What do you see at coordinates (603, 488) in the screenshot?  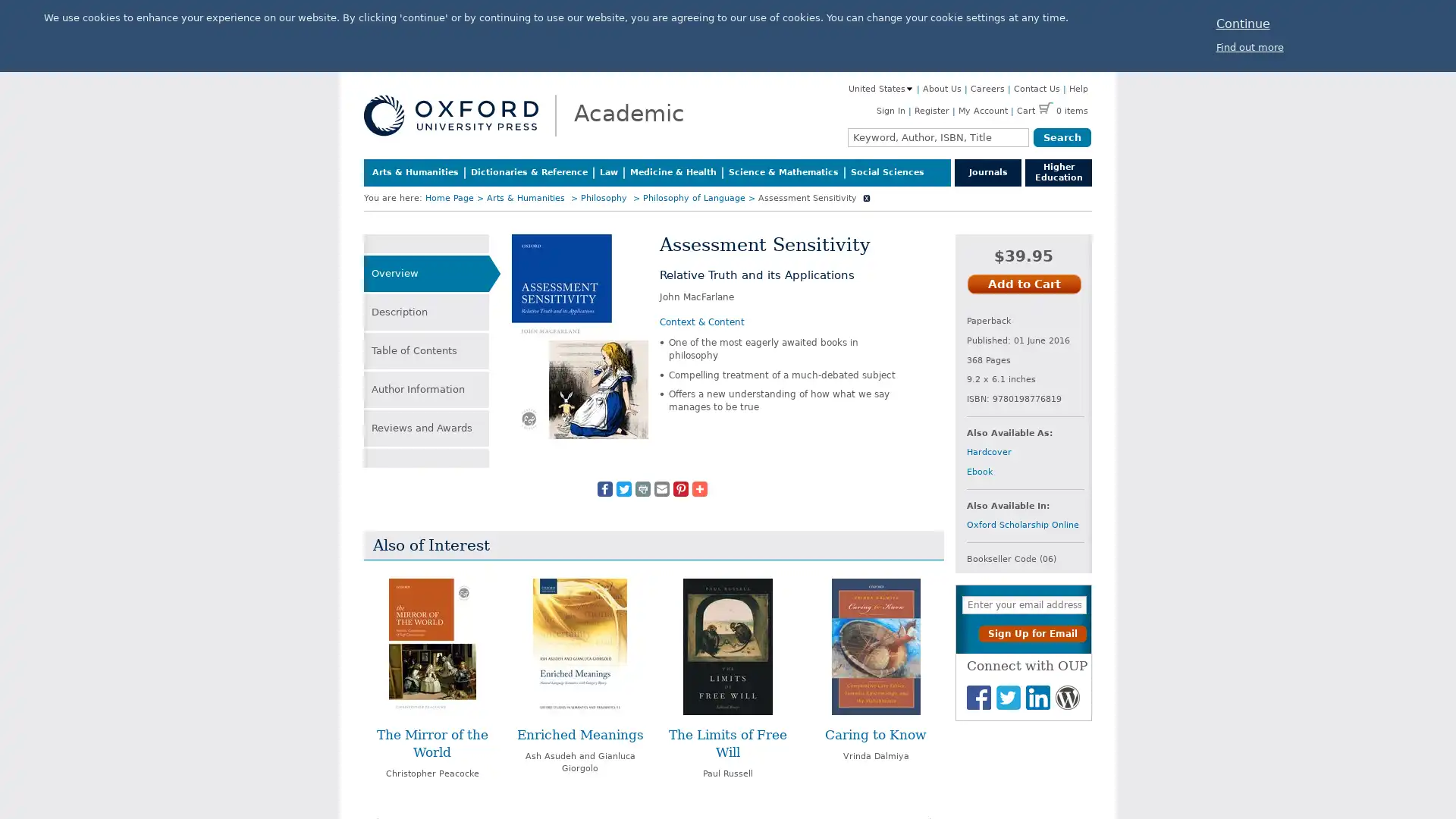 I see `Share to Facebook` at bounding box center [603, 488].